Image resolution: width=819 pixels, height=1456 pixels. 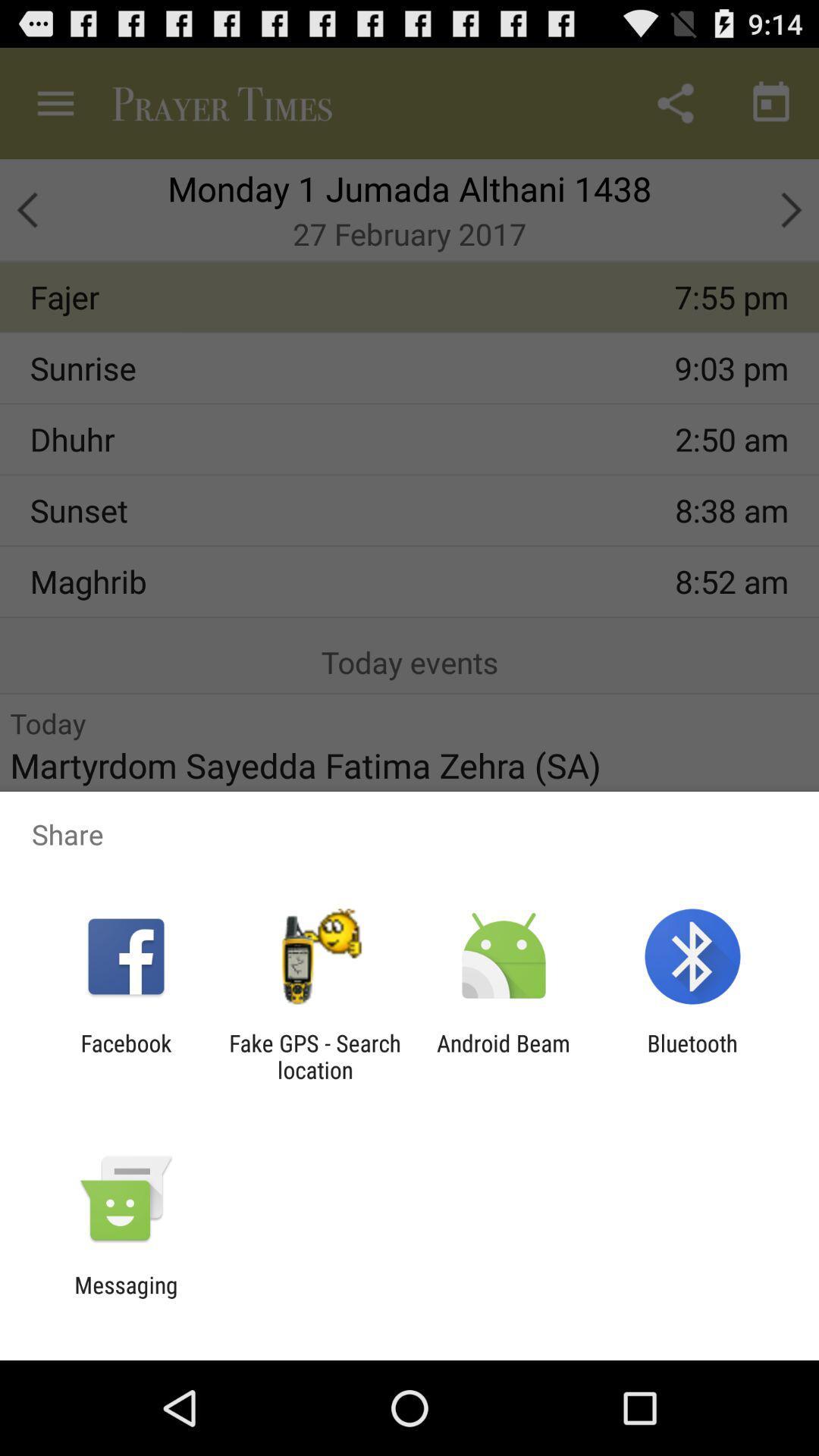 I want to click on android beam icon, so click(x=504, y=1056).